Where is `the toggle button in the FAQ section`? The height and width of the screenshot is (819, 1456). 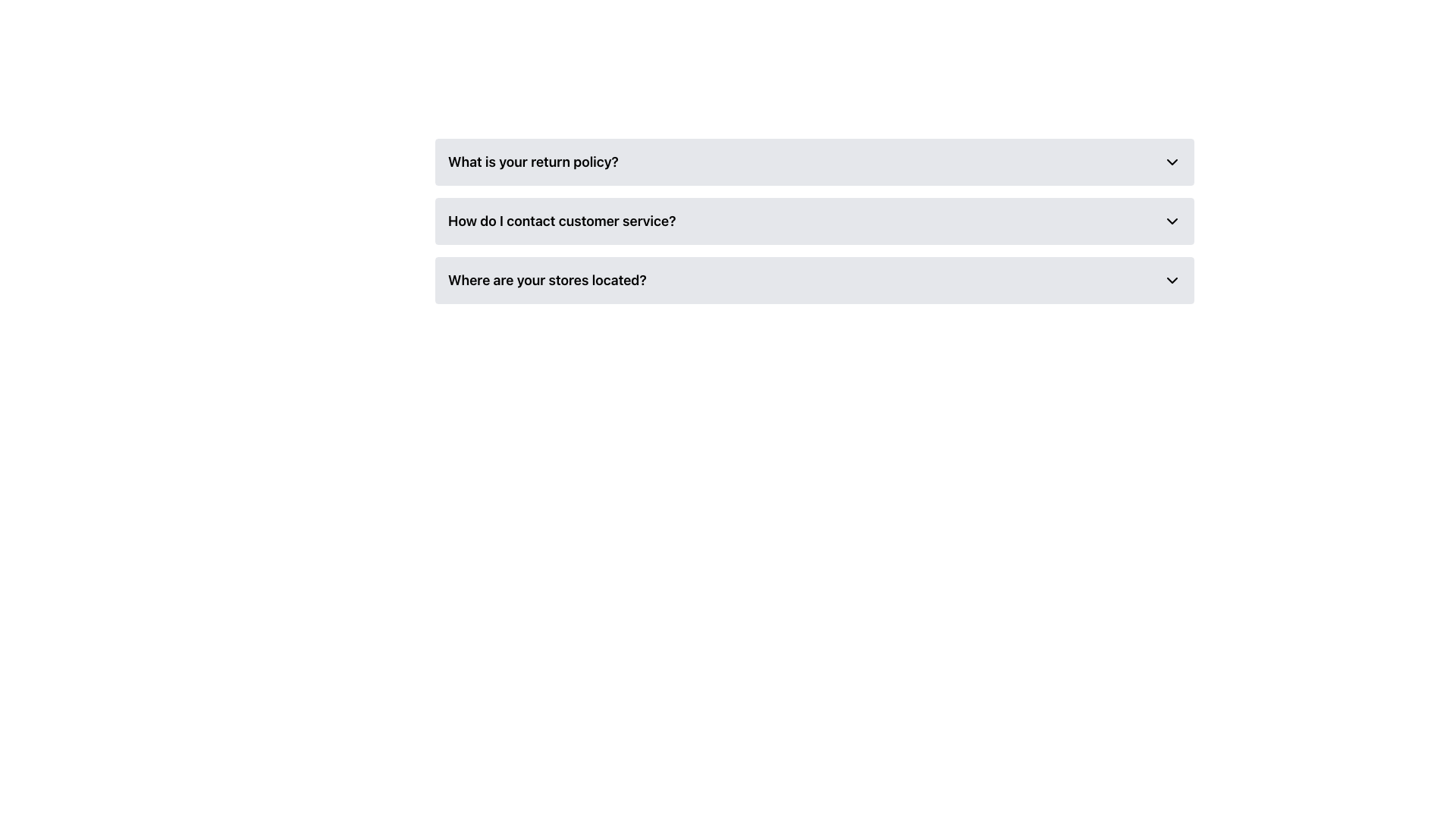 the toggle button in the FAQ section is located at coordinates (814, 221).